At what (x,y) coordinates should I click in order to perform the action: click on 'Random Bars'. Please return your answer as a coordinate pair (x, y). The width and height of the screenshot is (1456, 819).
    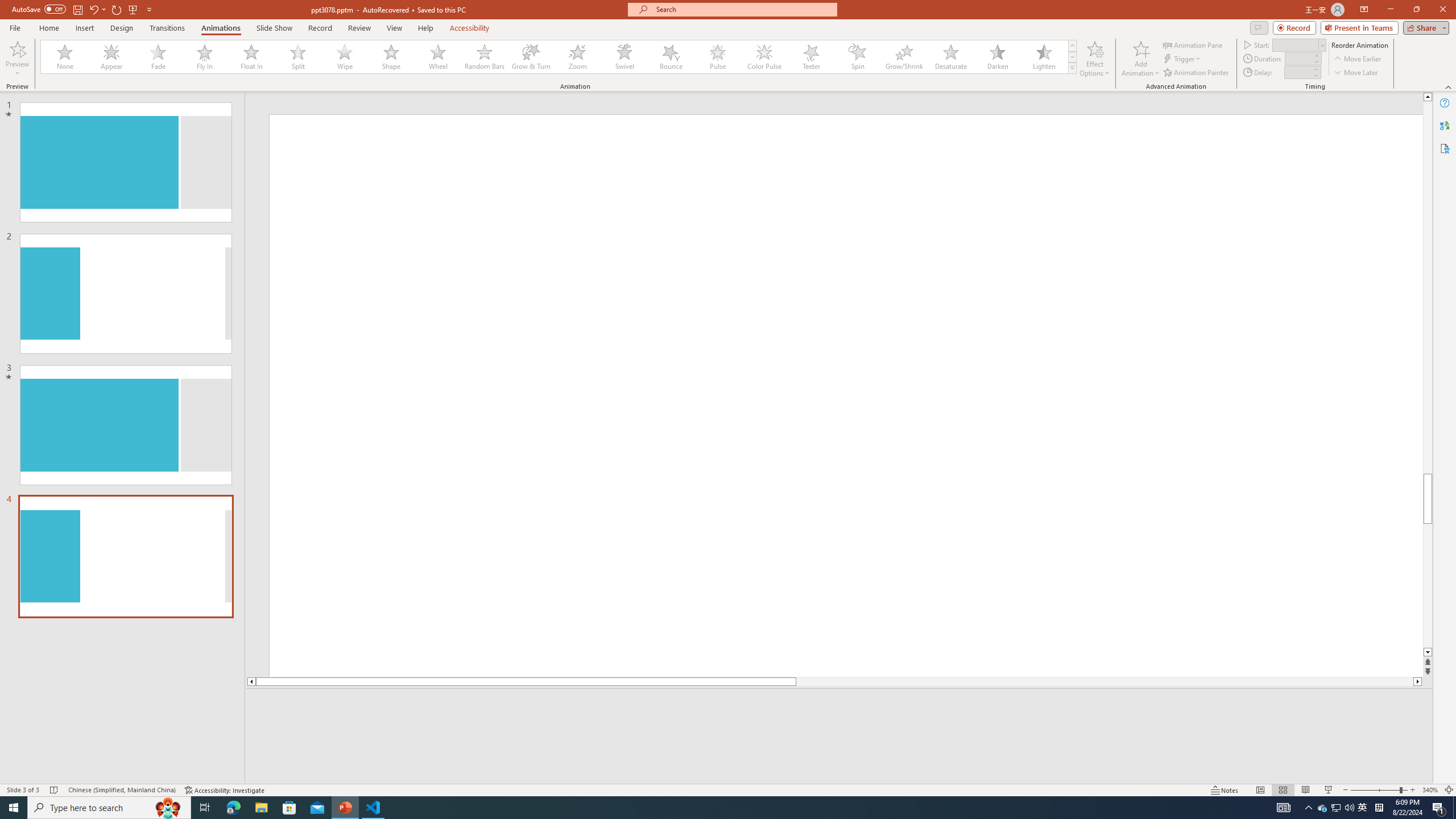
    Looking at the image, I should click on (484, 56).